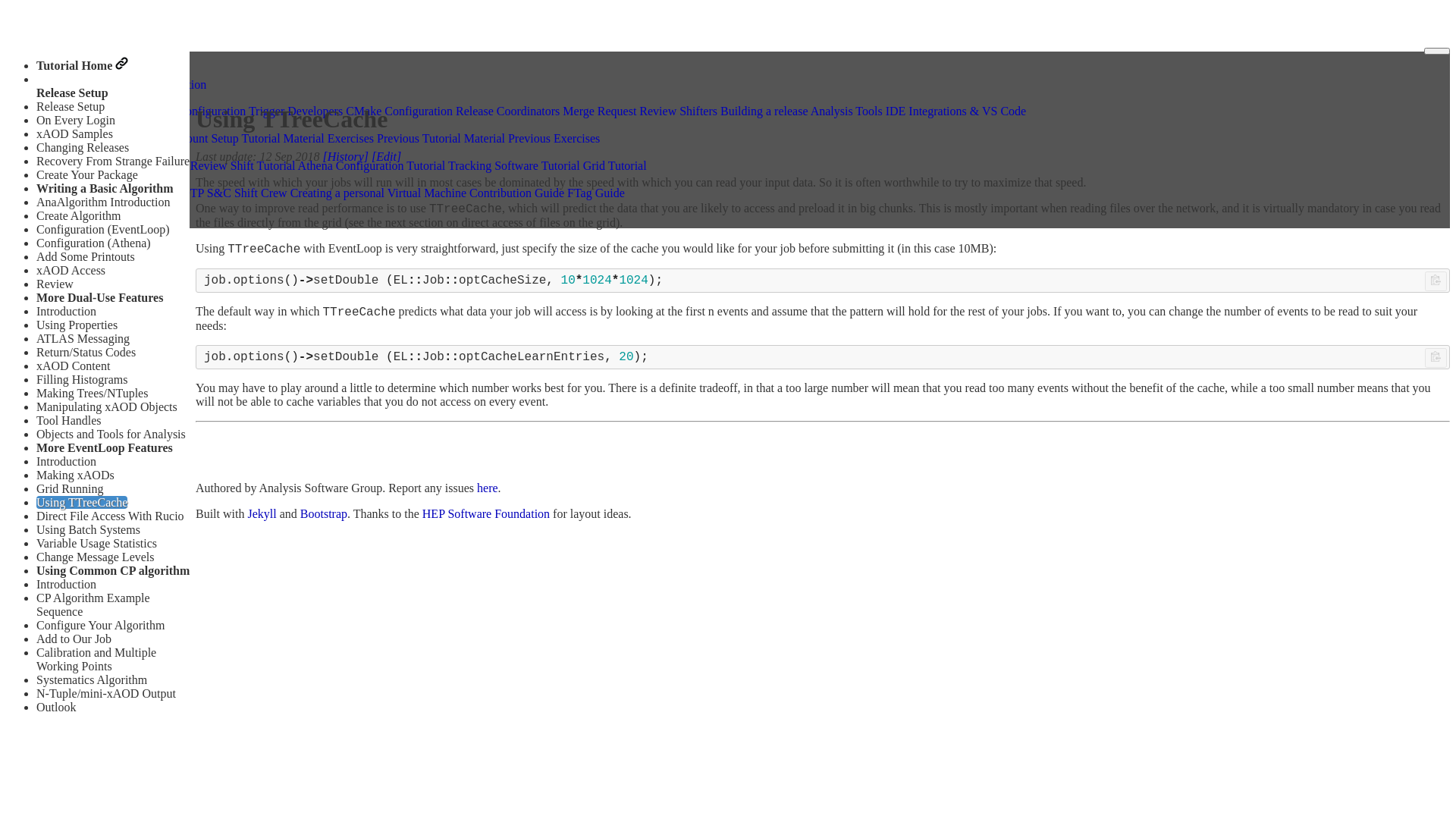  I want to click on 'Previous Exercises', so click(553, 138).